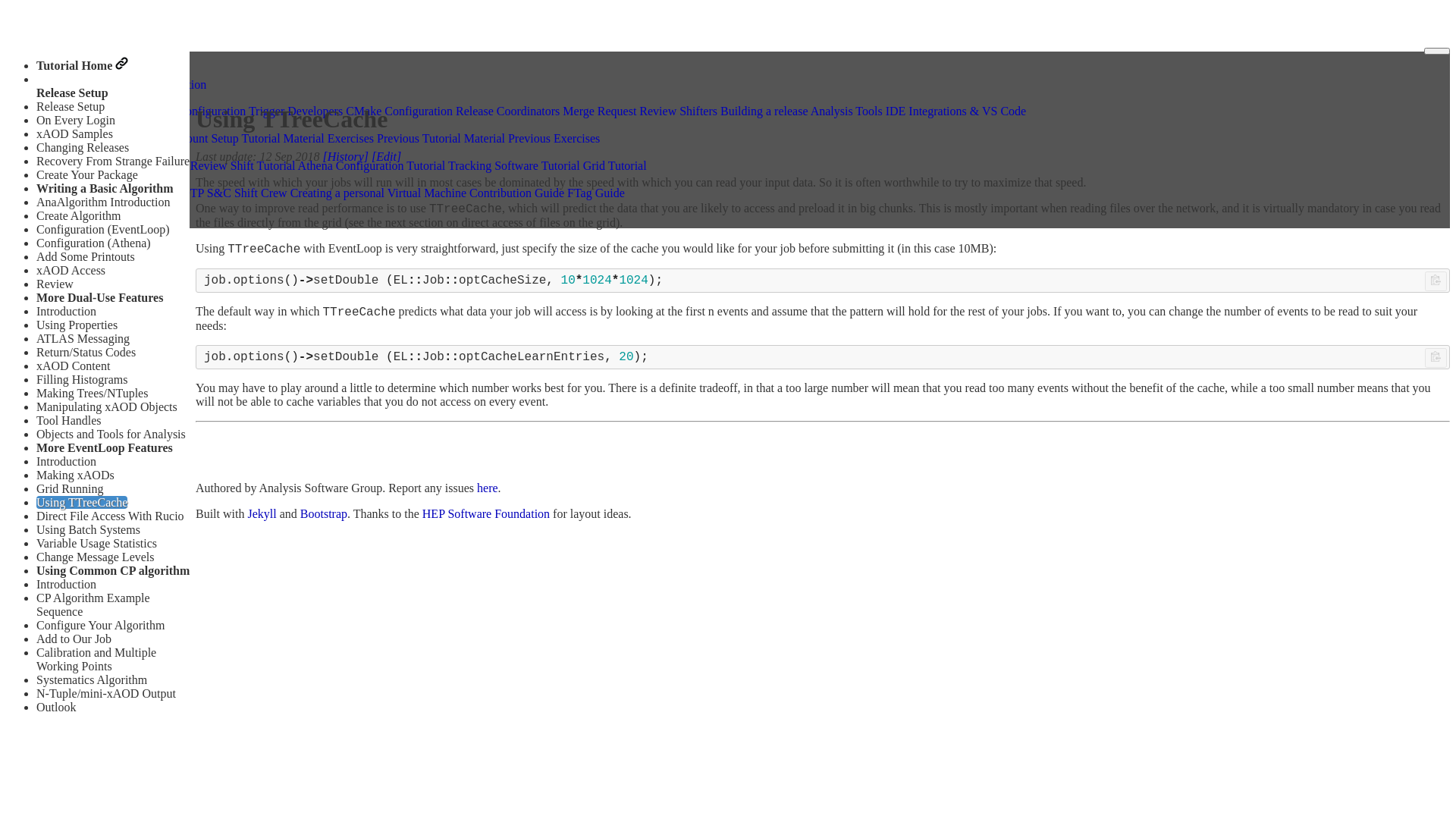  I want to click on 'Previous Exercises', so click(553, 138).